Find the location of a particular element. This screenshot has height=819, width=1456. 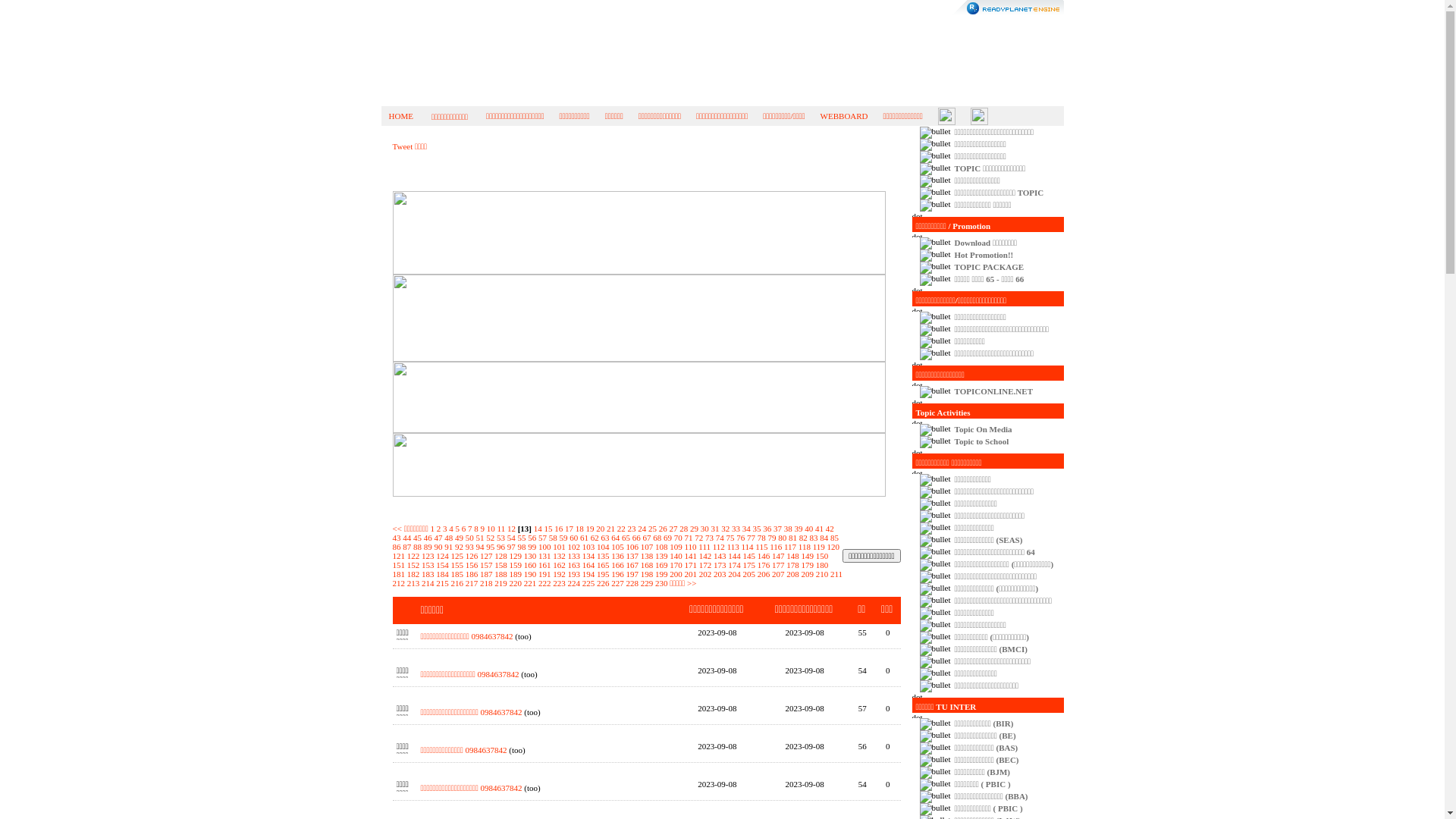

'27' is located at coordinates (668, 528).